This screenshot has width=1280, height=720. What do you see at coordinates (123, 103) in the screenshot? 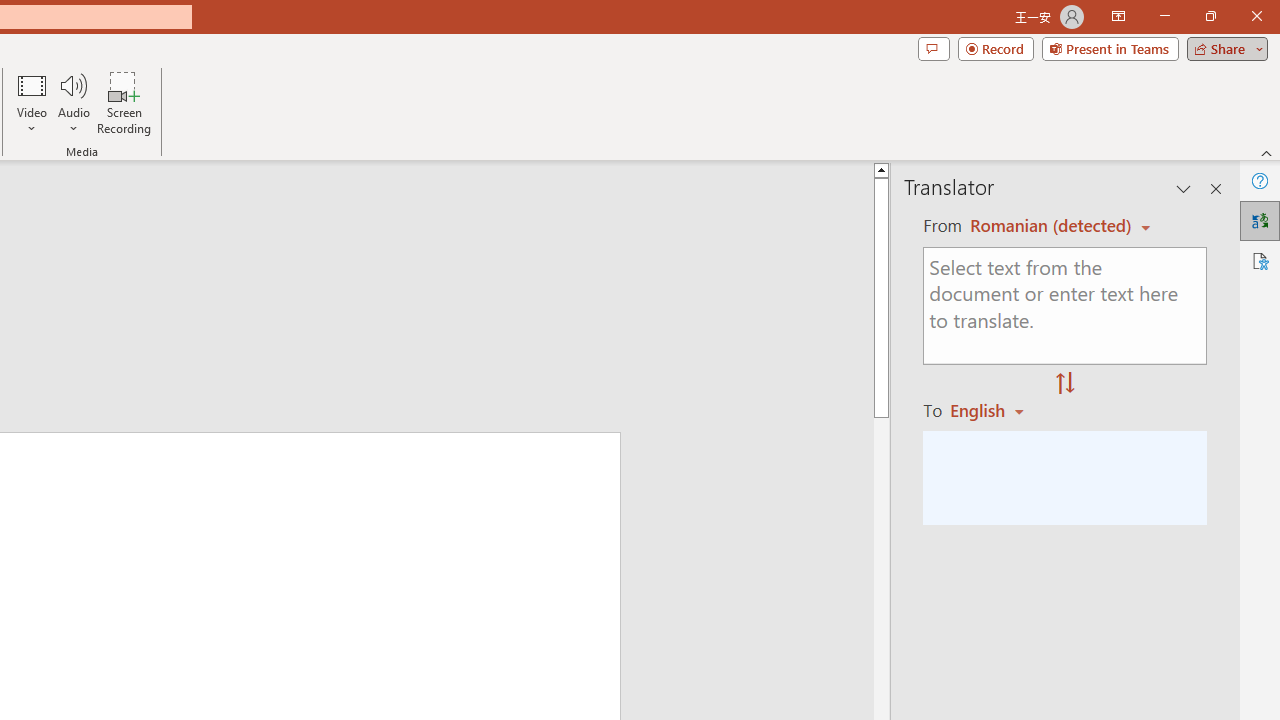
I see `'Screen Recording...'` at bounding box center [123, 103].